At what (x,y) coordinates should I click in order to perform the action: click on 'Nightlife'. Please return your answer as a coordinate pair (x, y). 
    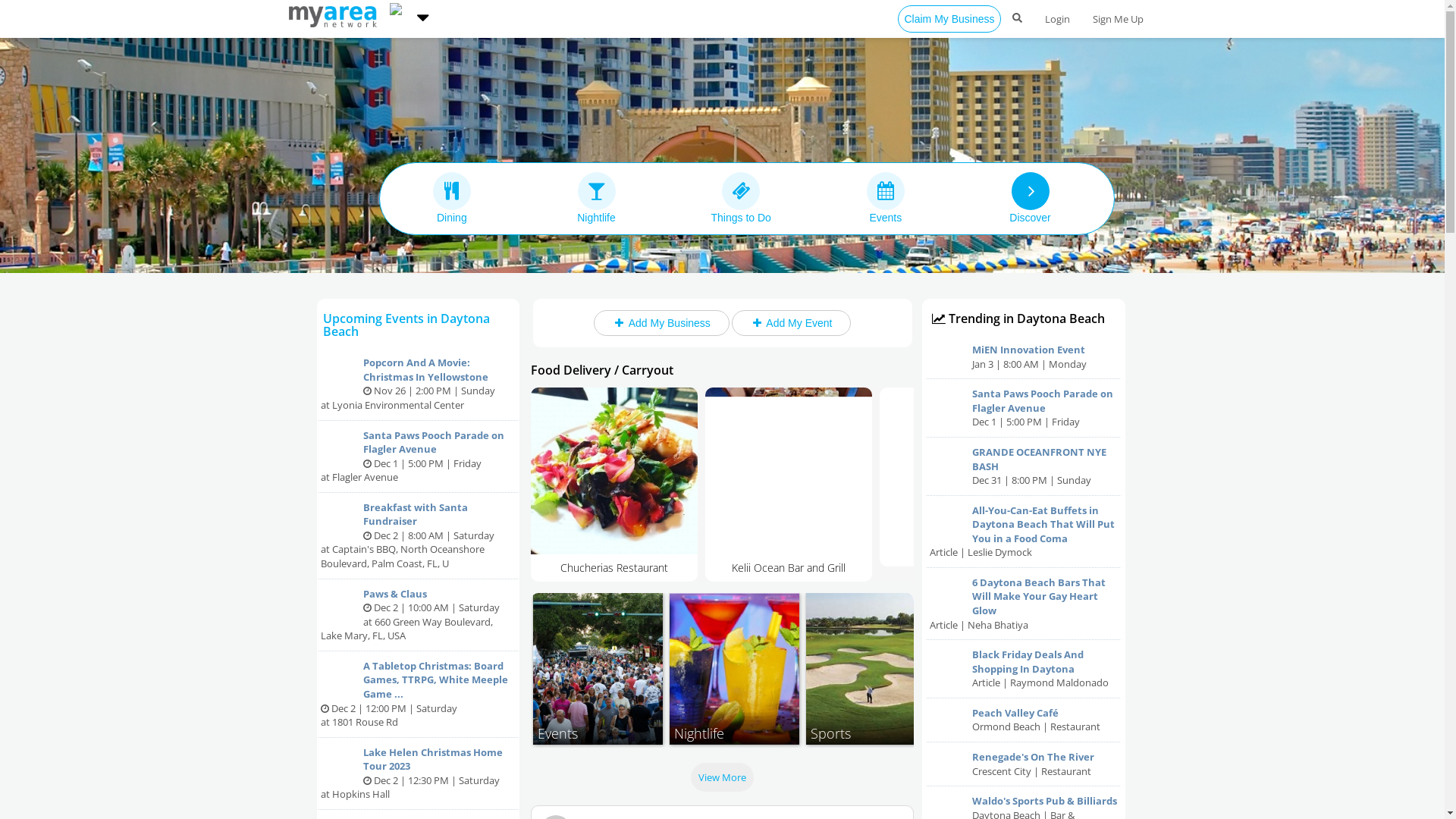
    Looking at the image, I should click on (595, 197).